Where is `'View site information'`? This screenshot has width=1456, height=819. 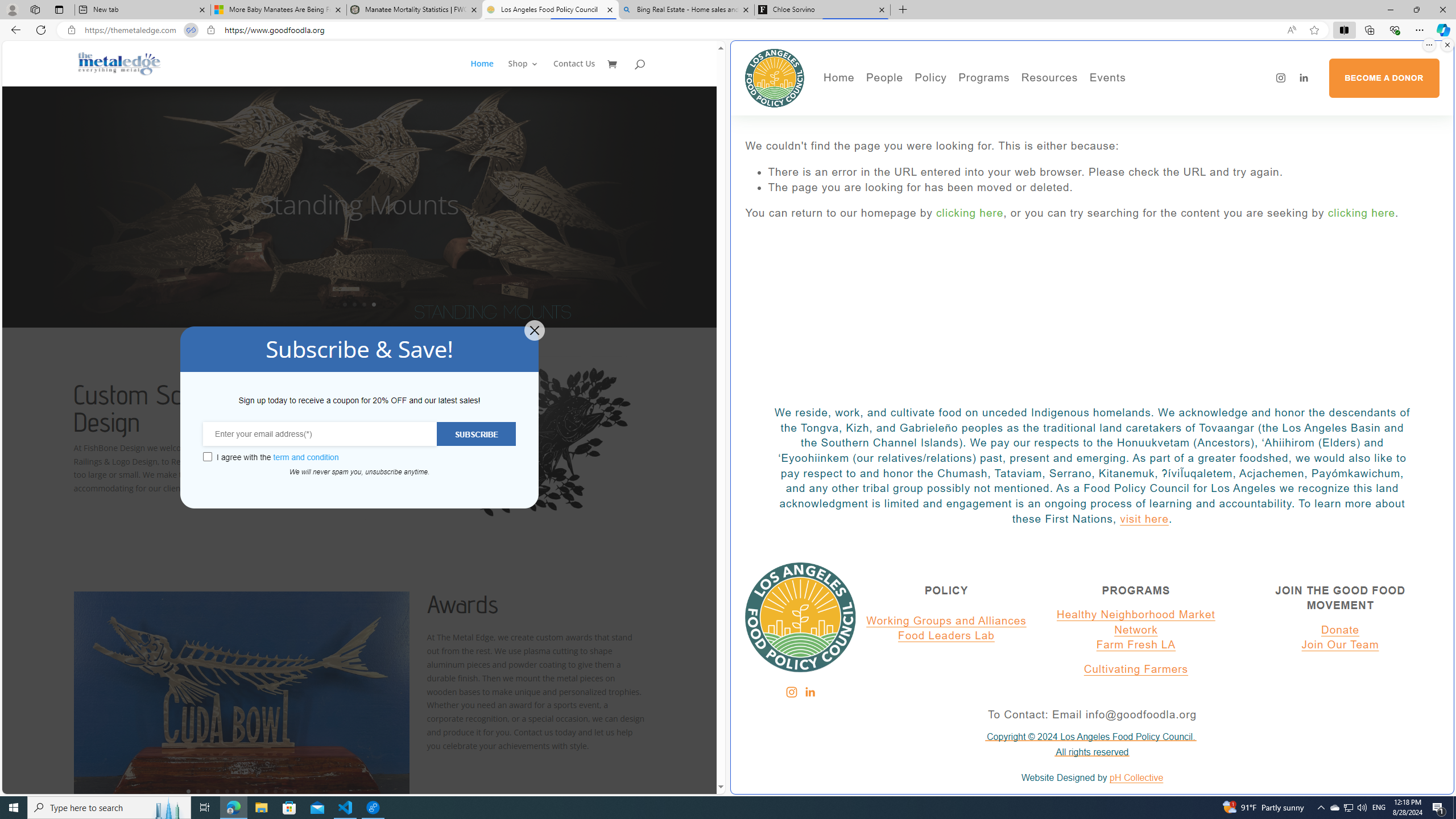 'View site information' is located at coordinates (210, 30).